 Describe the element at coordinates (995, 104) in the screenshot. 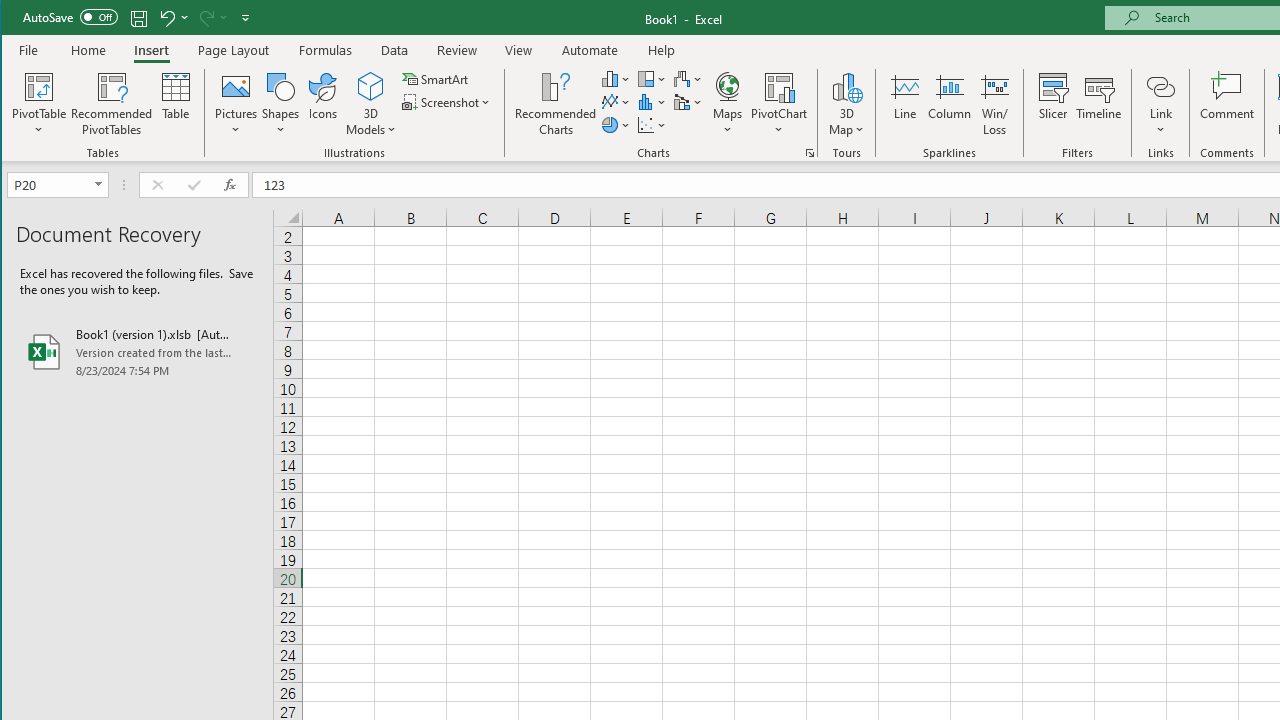

I see `'Win/Loss'` at that location.